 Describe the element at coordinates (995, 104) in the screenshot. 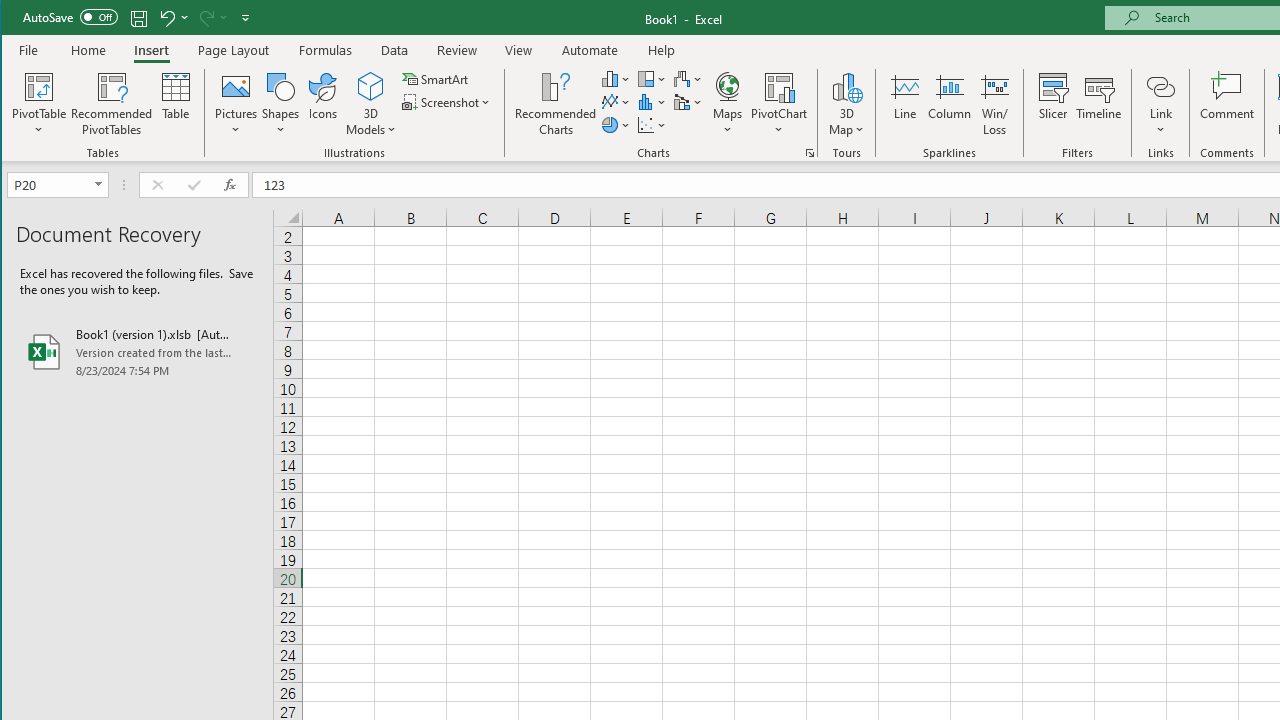

I see `'Win/Loss'` at that location.